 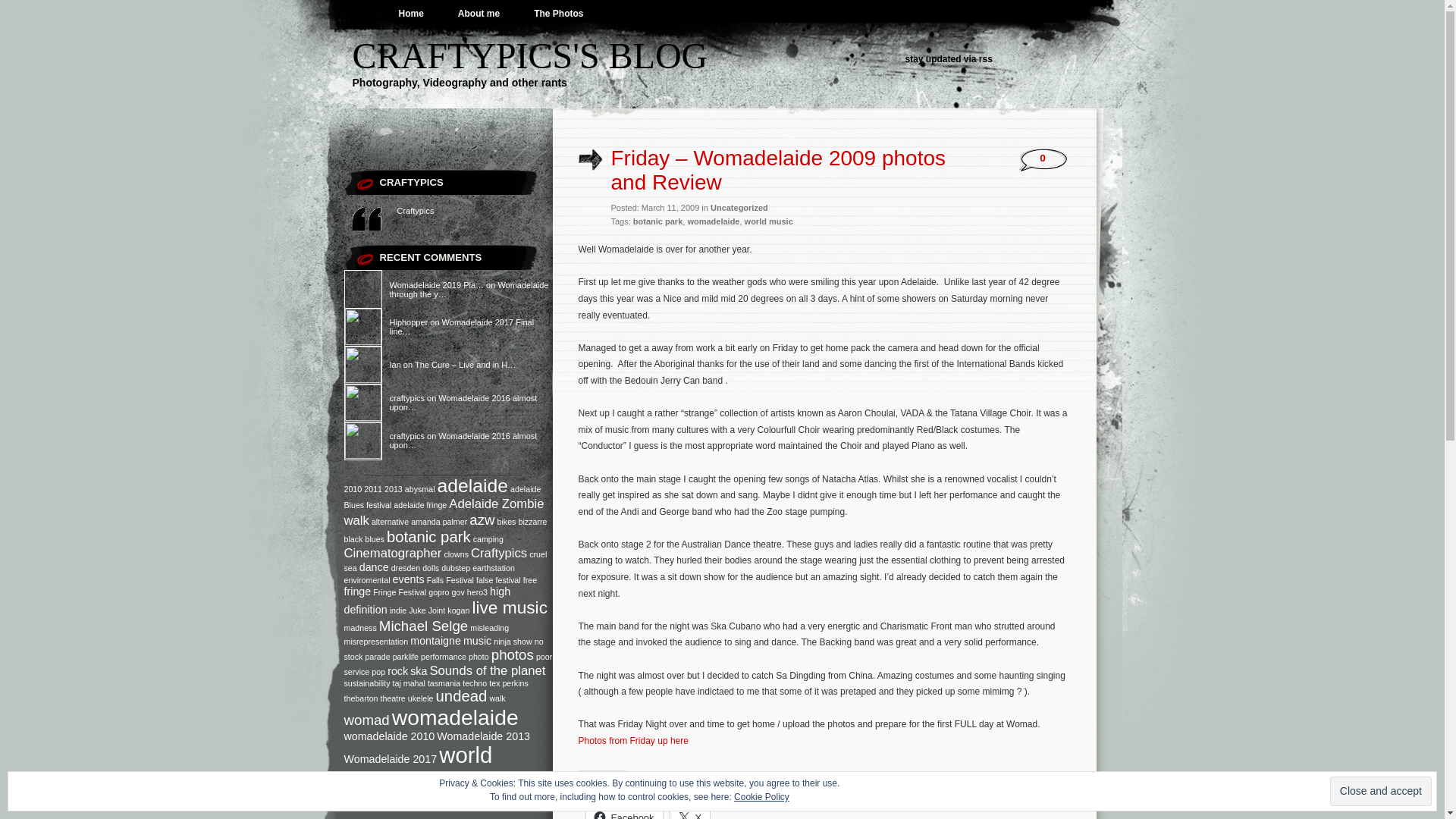 What do you see at coordinates (419, 488) in the screenshot?
I see `'abysmal'` at bounding box center [419, 488].